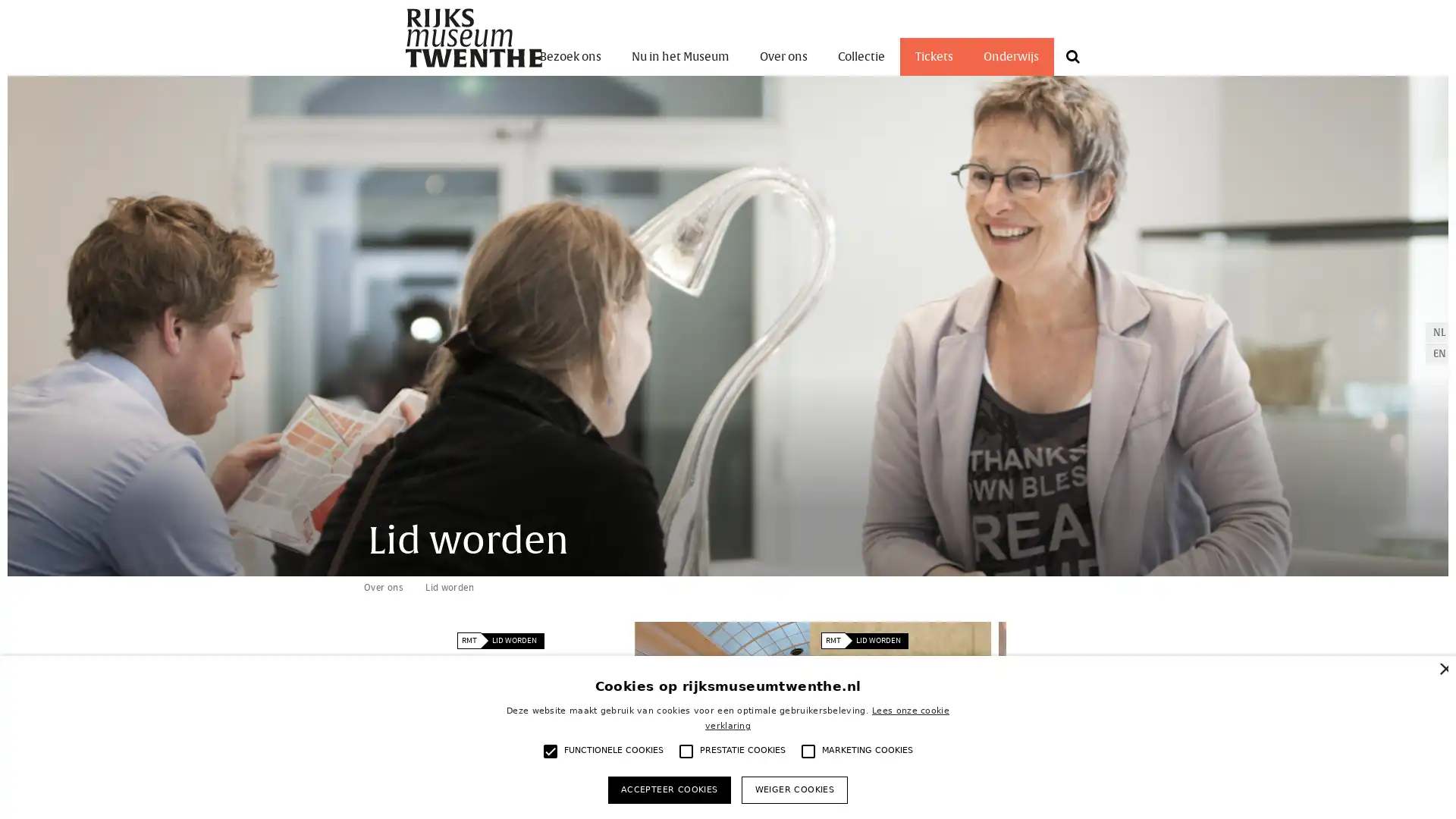  Describe the element at coordinates (668, 789) in the screenshot. I see `ACCEPTEER COOKIES` at that location.